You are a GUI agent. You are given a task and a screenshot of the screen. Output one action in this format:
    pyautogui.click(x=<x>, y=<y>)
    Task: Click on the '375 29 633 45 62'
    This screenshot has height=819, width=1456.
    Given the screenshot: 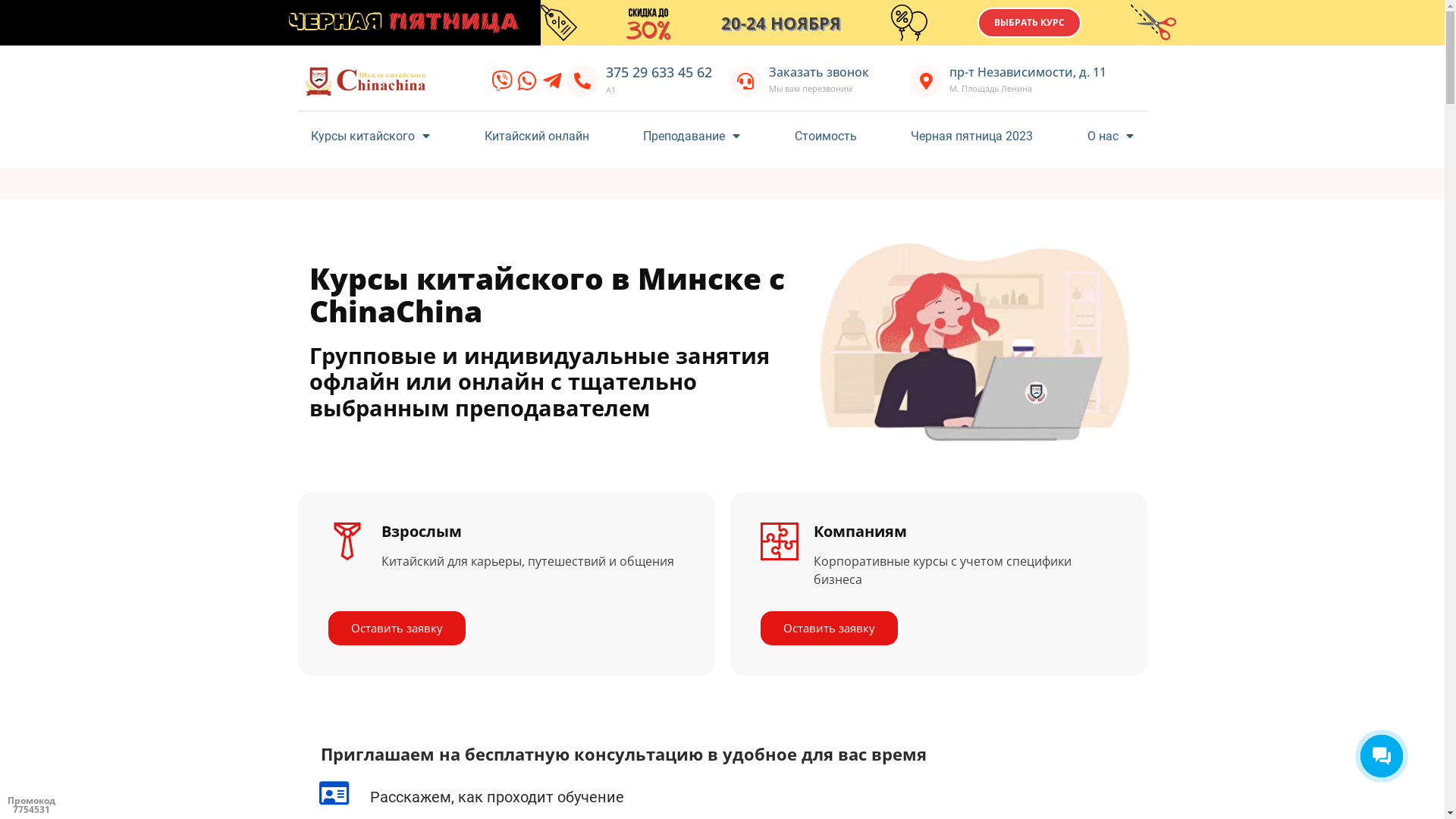 What is the action you would take?
    pyautogui.click(x=658, y=72)
    